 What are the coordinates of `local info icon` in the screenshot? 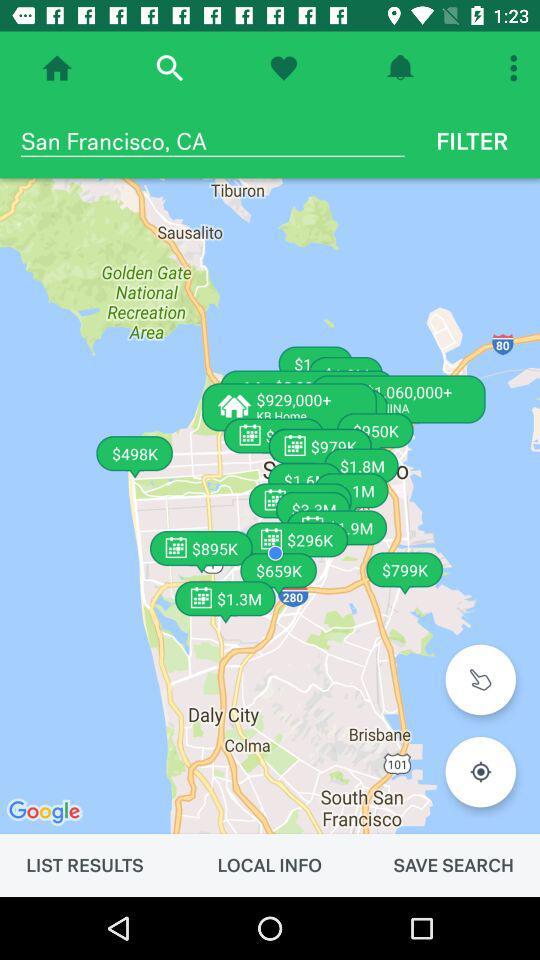 It's located at (269, 864).